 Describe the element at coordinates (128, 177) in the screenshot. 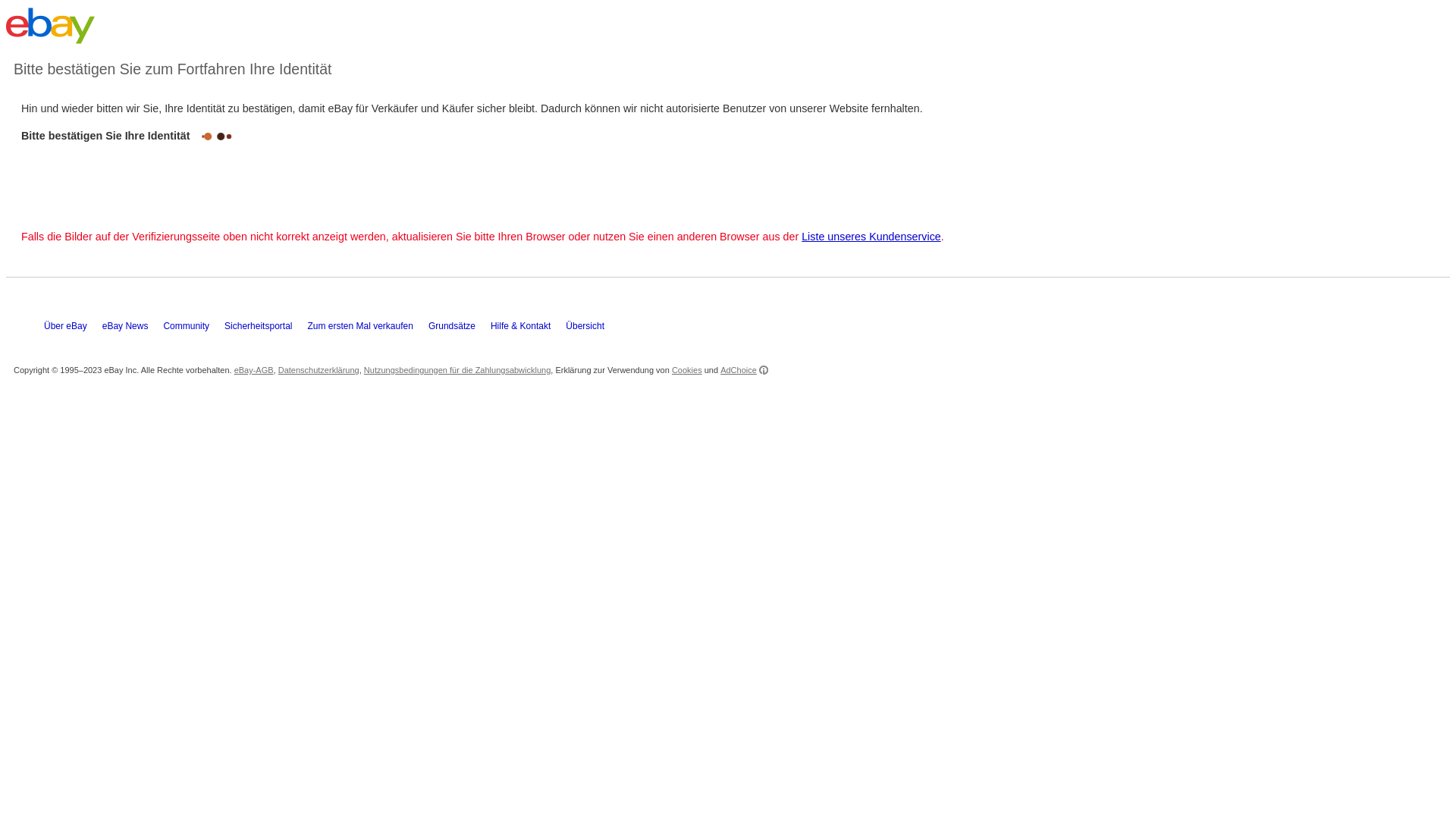

I see `'Widget containing checkbox for hCaptcha security challenge'` at that location.